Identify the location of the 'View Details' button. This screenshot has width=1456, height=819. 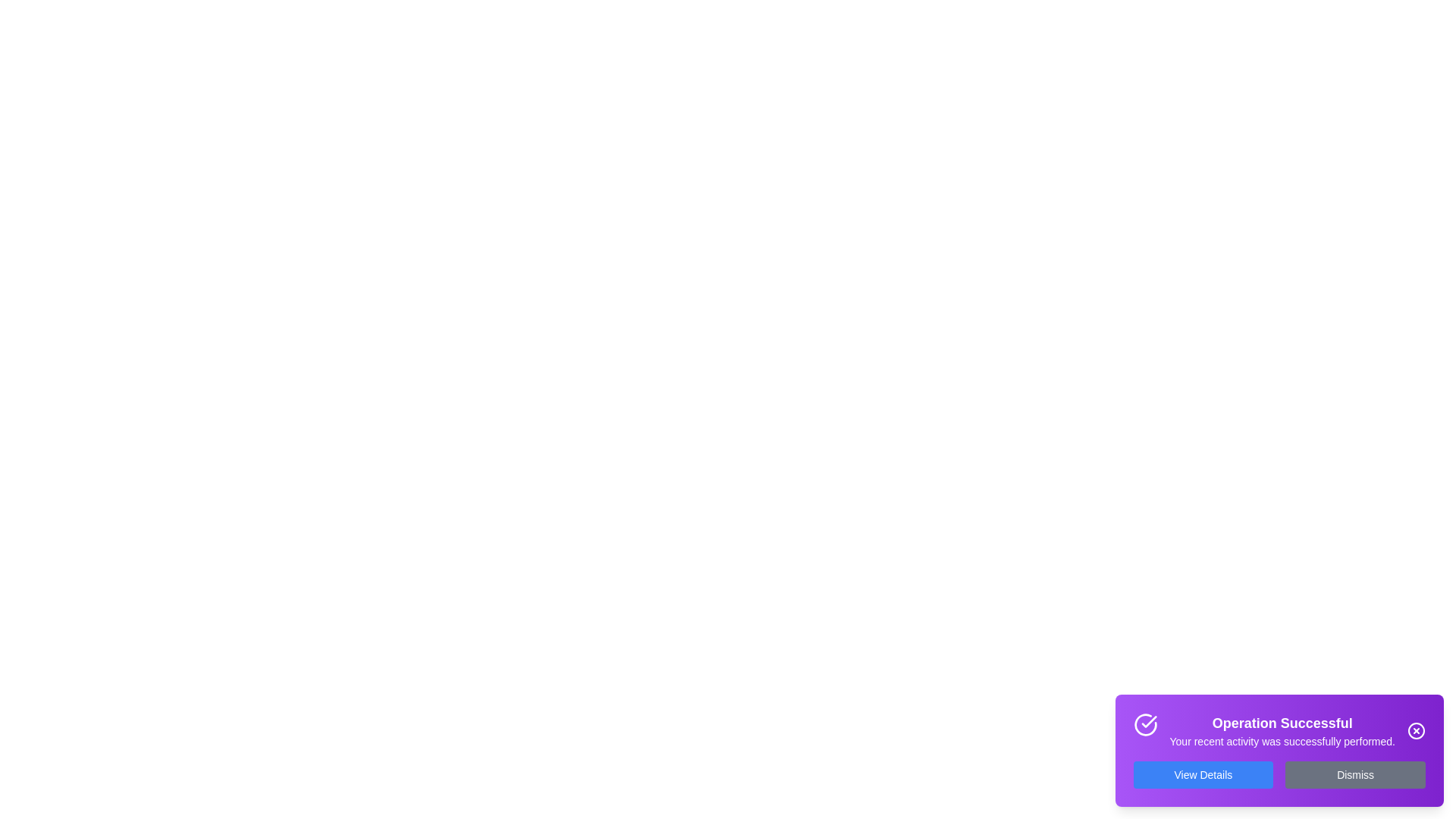
(1202, 775).